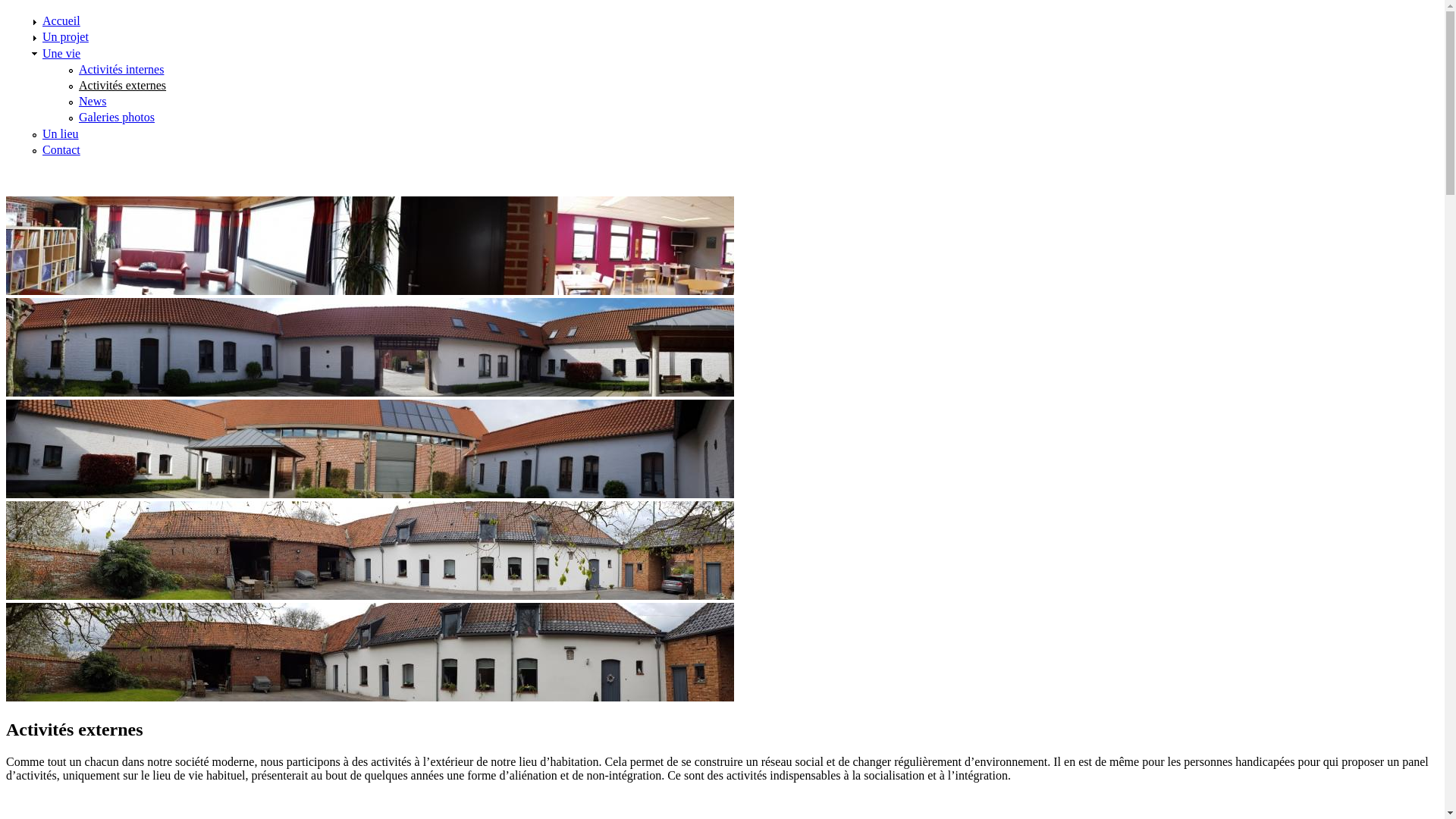  Describe the element at coordinates (61, 52) in the screenshot. I see `'Une vie'` at that location.